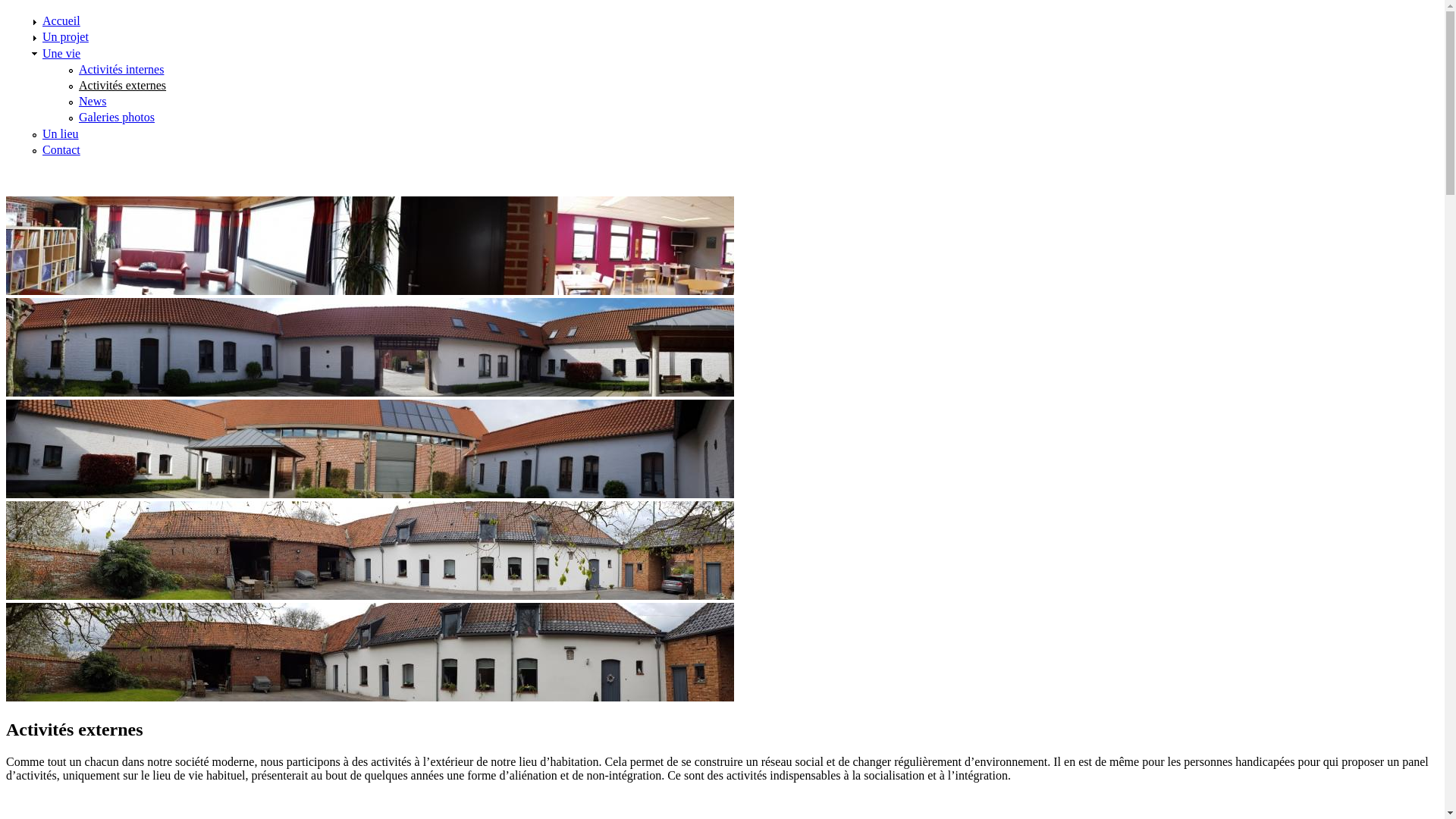  Describe the element at coordinates (61, 52) in the screenshot. I see `'Une vie'` at that location.